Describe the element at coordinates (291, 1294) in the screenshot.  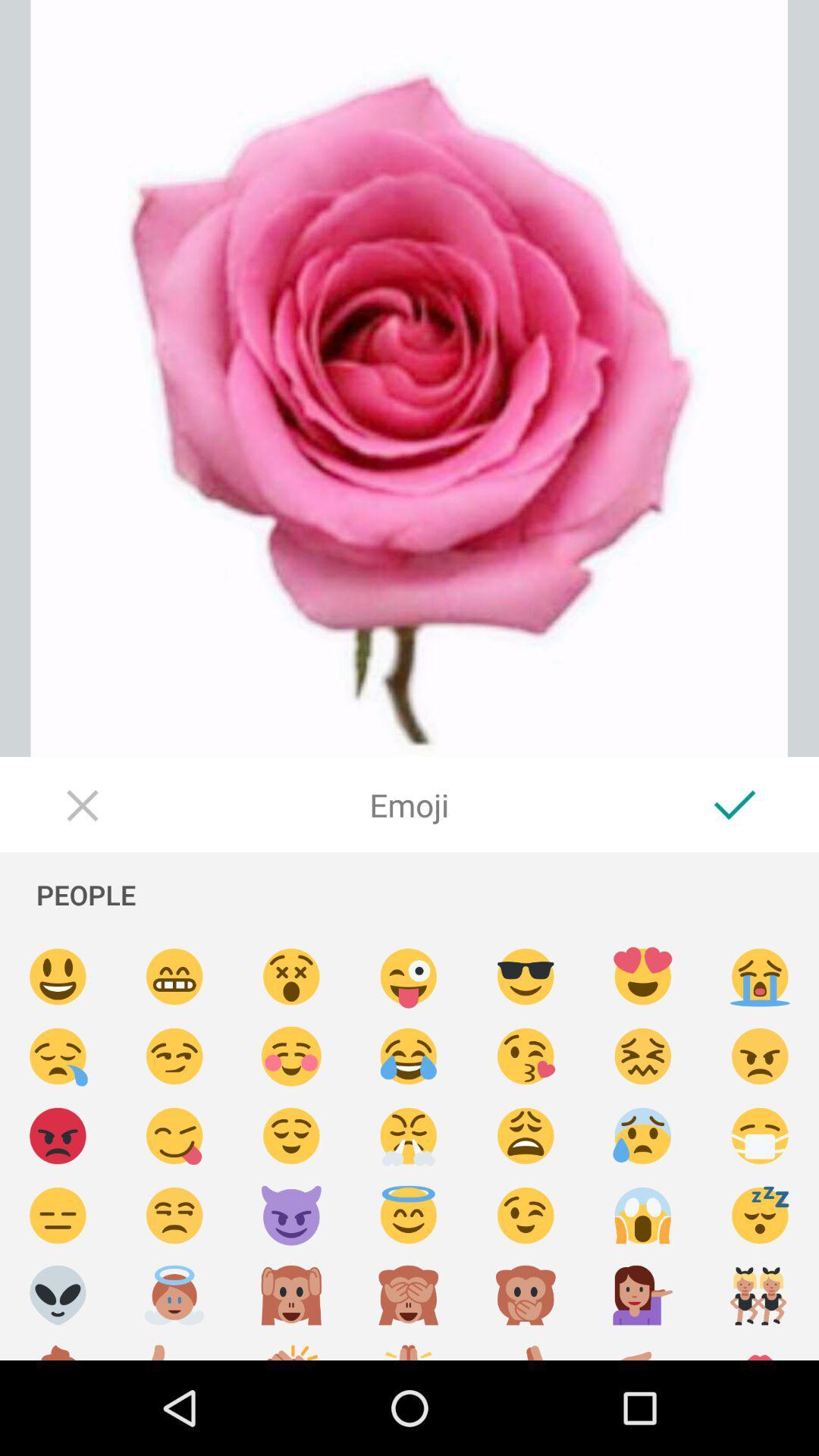
I see `type emoji` at that location.